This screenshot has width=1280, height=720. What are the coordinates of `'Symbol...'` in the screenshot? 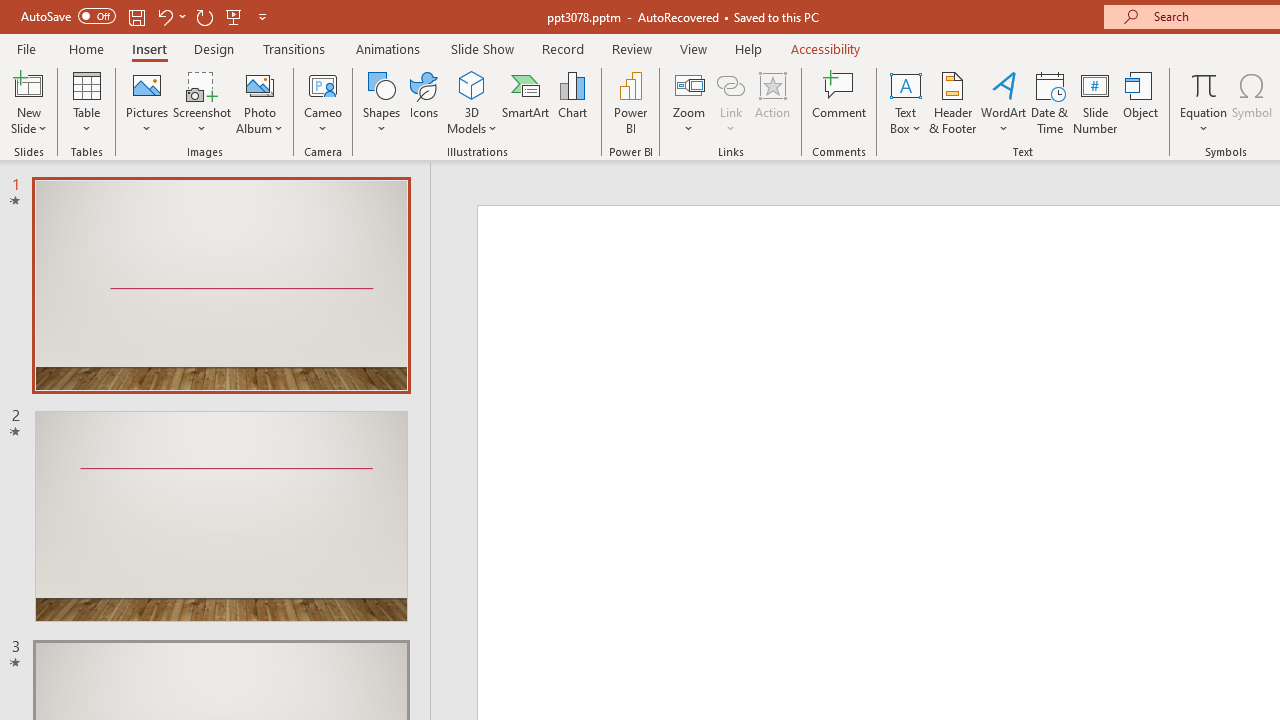 It's located at (1251, 103).